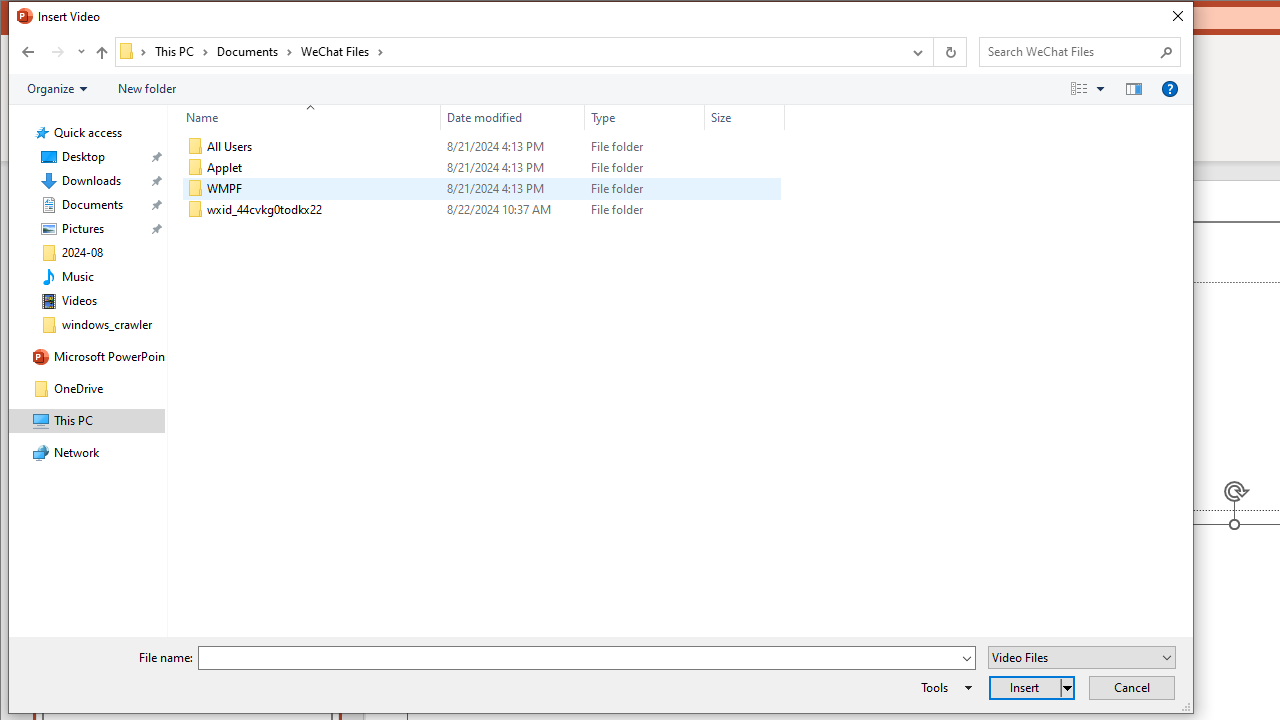  What do you see at coordinates (1169, 88) in the screenshot?
I see `'&Help'` at bounding box center [1169, 88].